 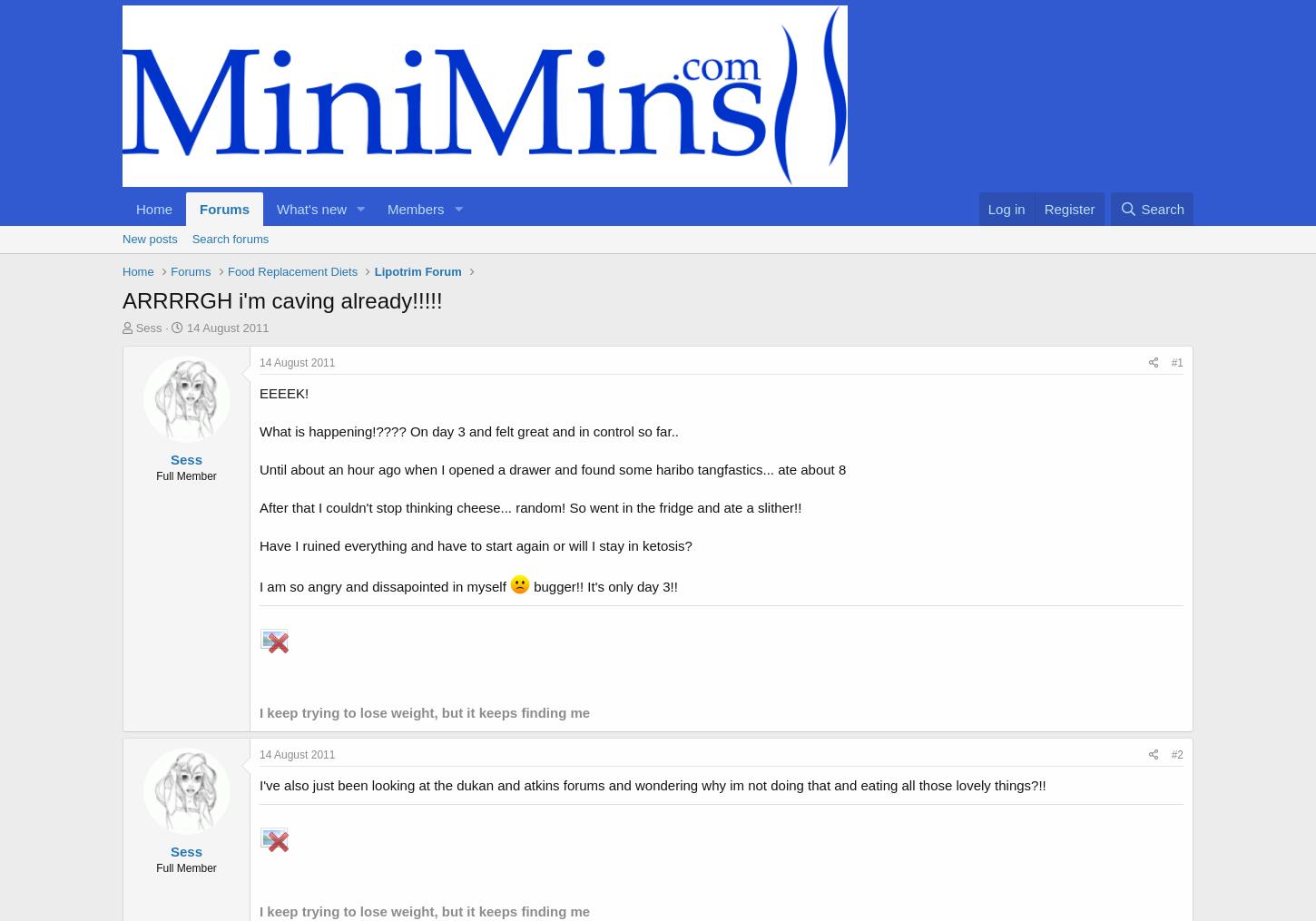 What do you see at coordinates (1162, 208) in the screenshot?
I see `'Search'` at bounding box center [1162, 208].